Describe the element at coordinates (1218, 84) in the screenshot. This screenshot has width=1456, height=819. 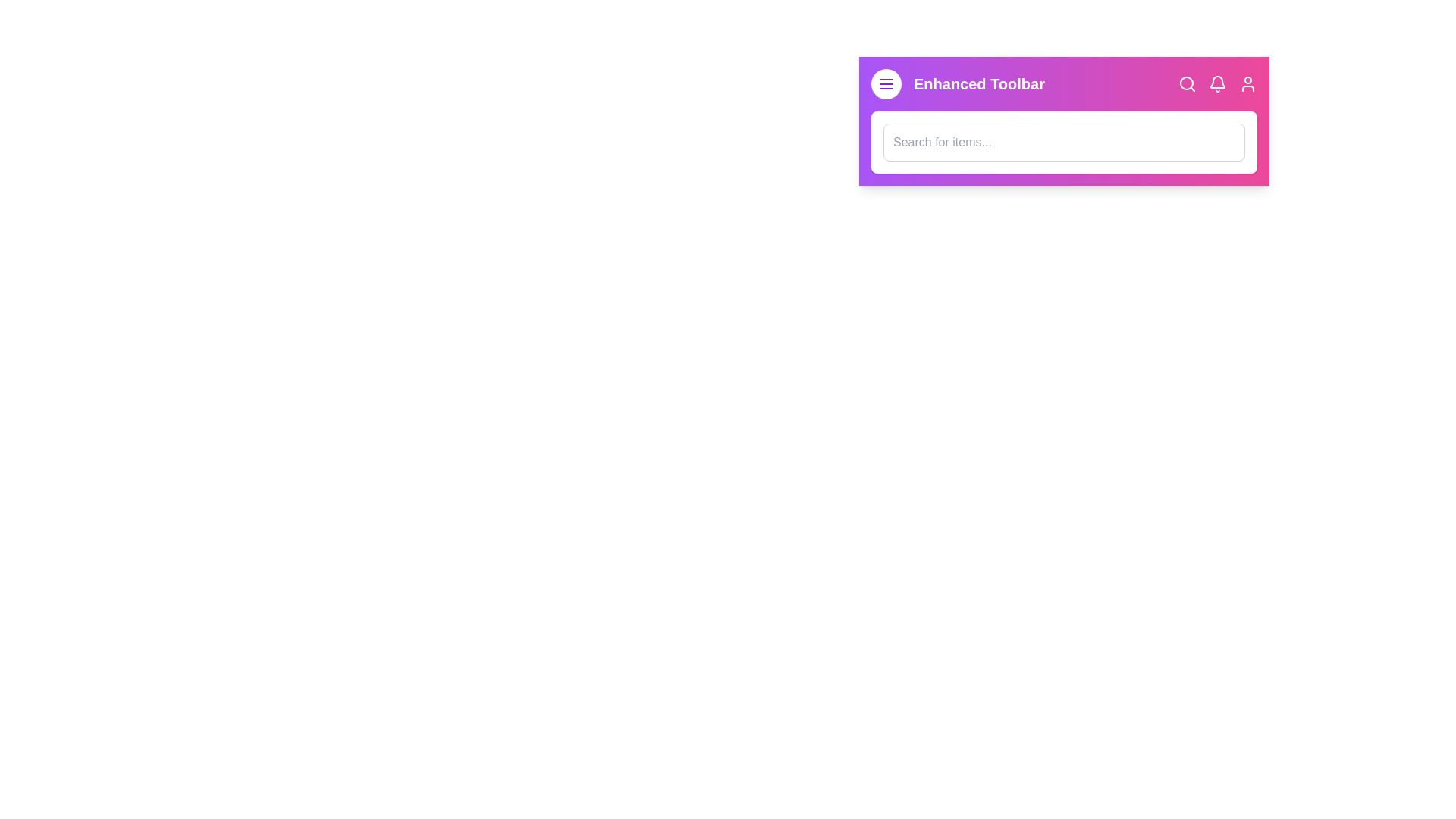
I see `the notification bell icon to view notifications` at that location.